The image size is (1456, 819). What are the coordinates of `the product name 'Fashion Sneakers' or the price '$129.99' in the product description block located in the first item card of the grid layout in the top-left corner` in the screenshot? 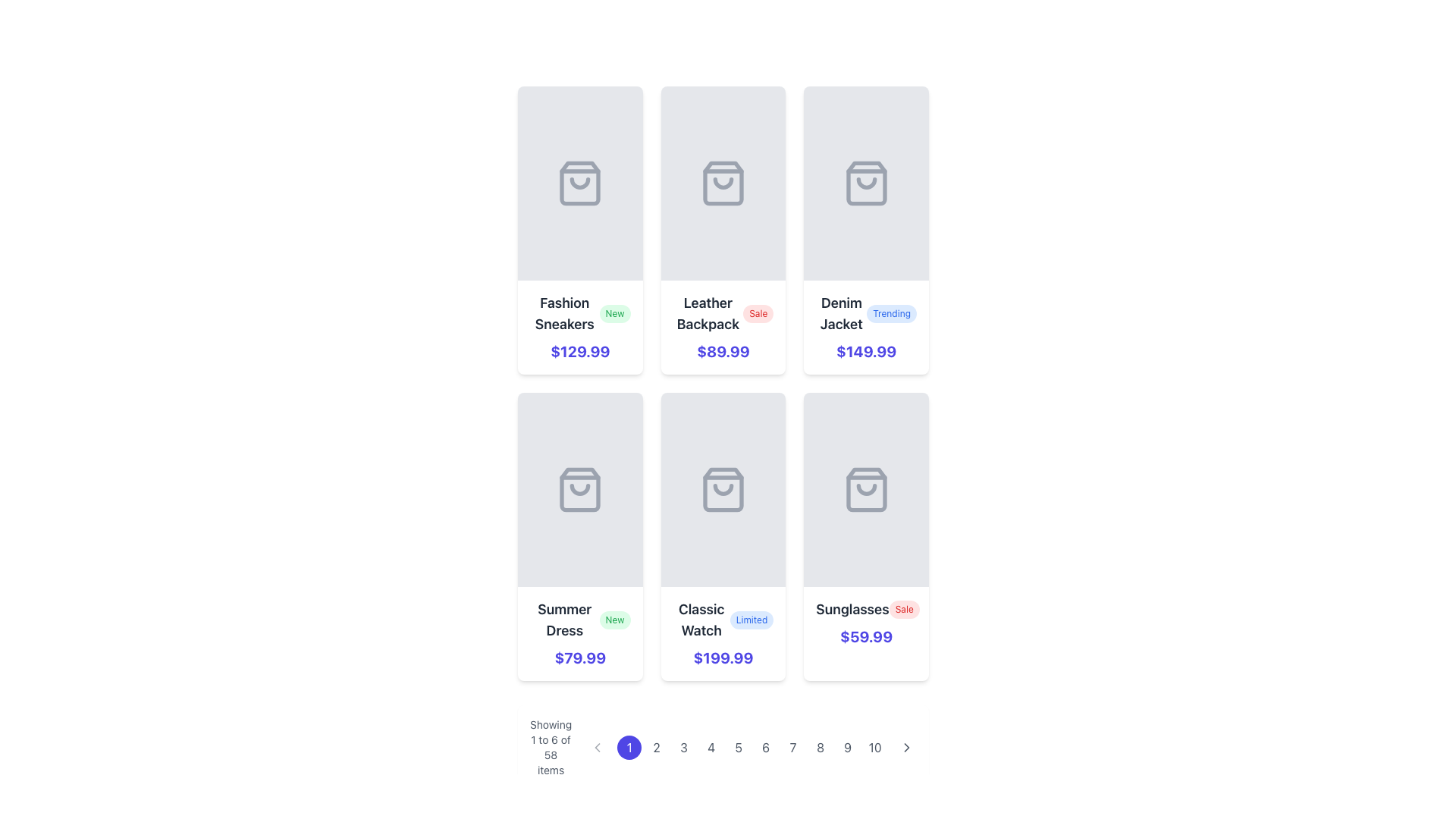 It's located at (579, 327).